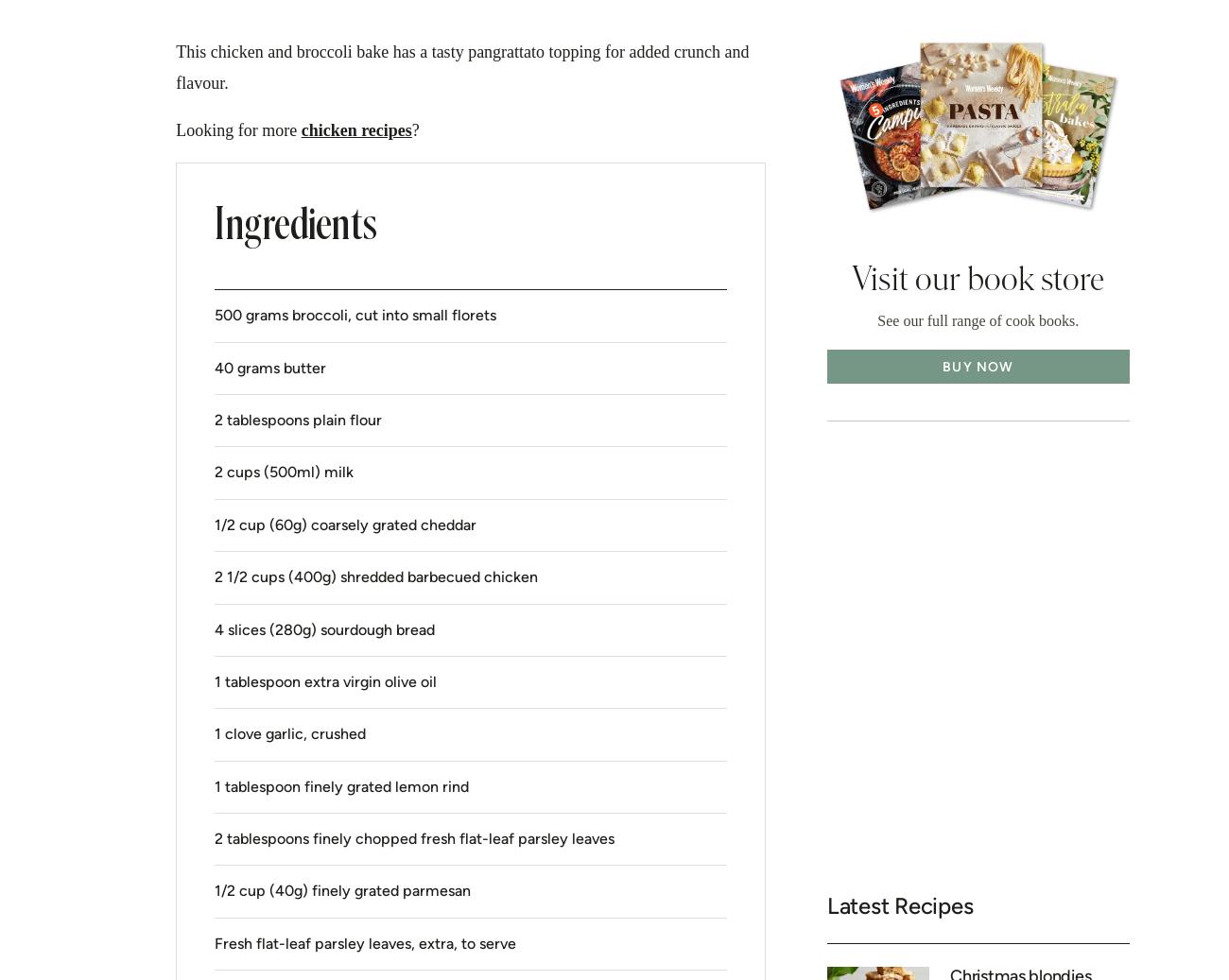 This screenshot has width=1229, height=980. I want to click on '4 slices (280g) sourdough bread', so click(323, 628).